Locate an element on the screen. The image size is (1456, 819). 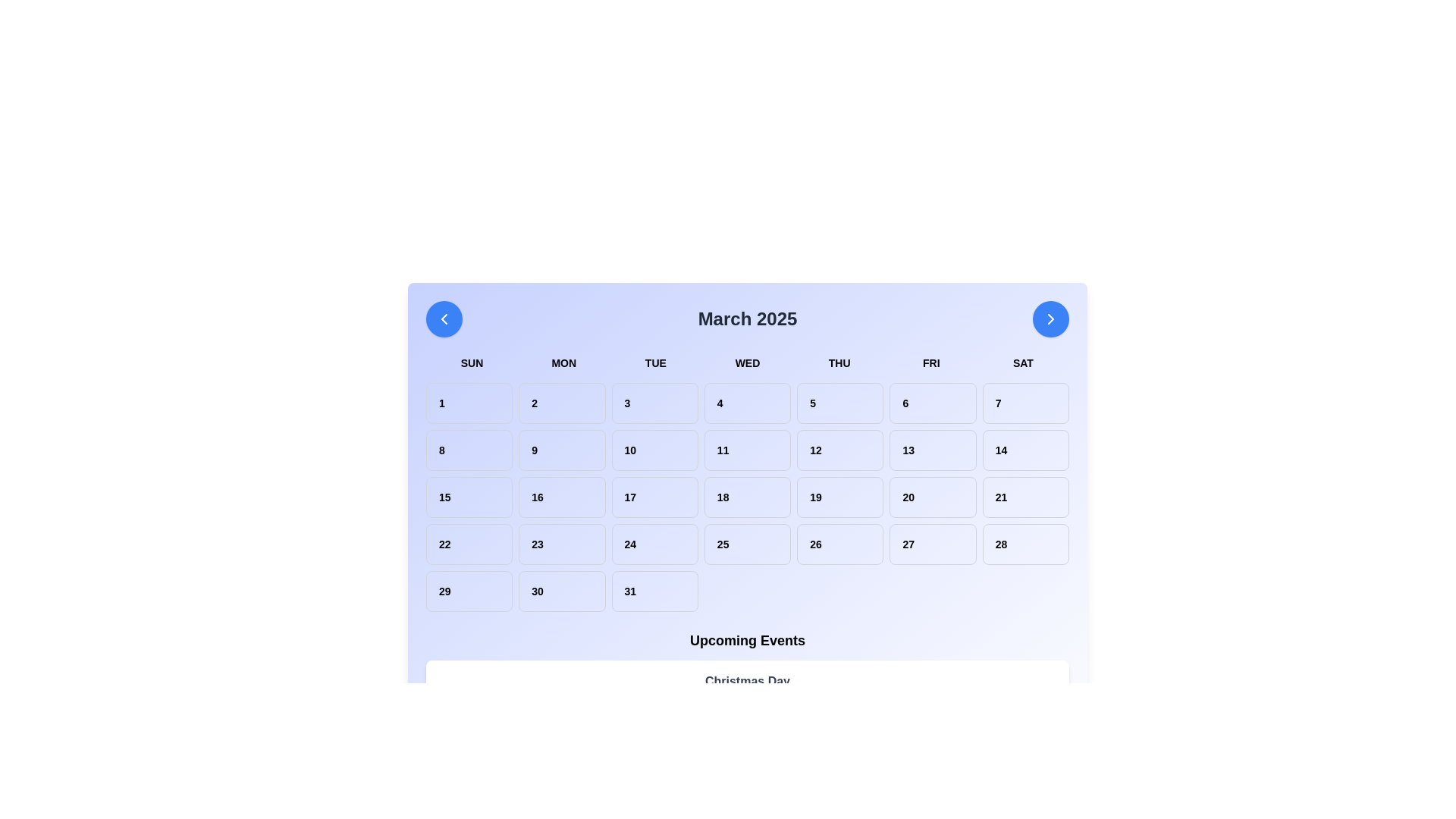
the text label displaying 'Christmas Day' that is styled in medium-sized bold gray font and is the first element in the upcoming events card is located at coordinates (747, 680).